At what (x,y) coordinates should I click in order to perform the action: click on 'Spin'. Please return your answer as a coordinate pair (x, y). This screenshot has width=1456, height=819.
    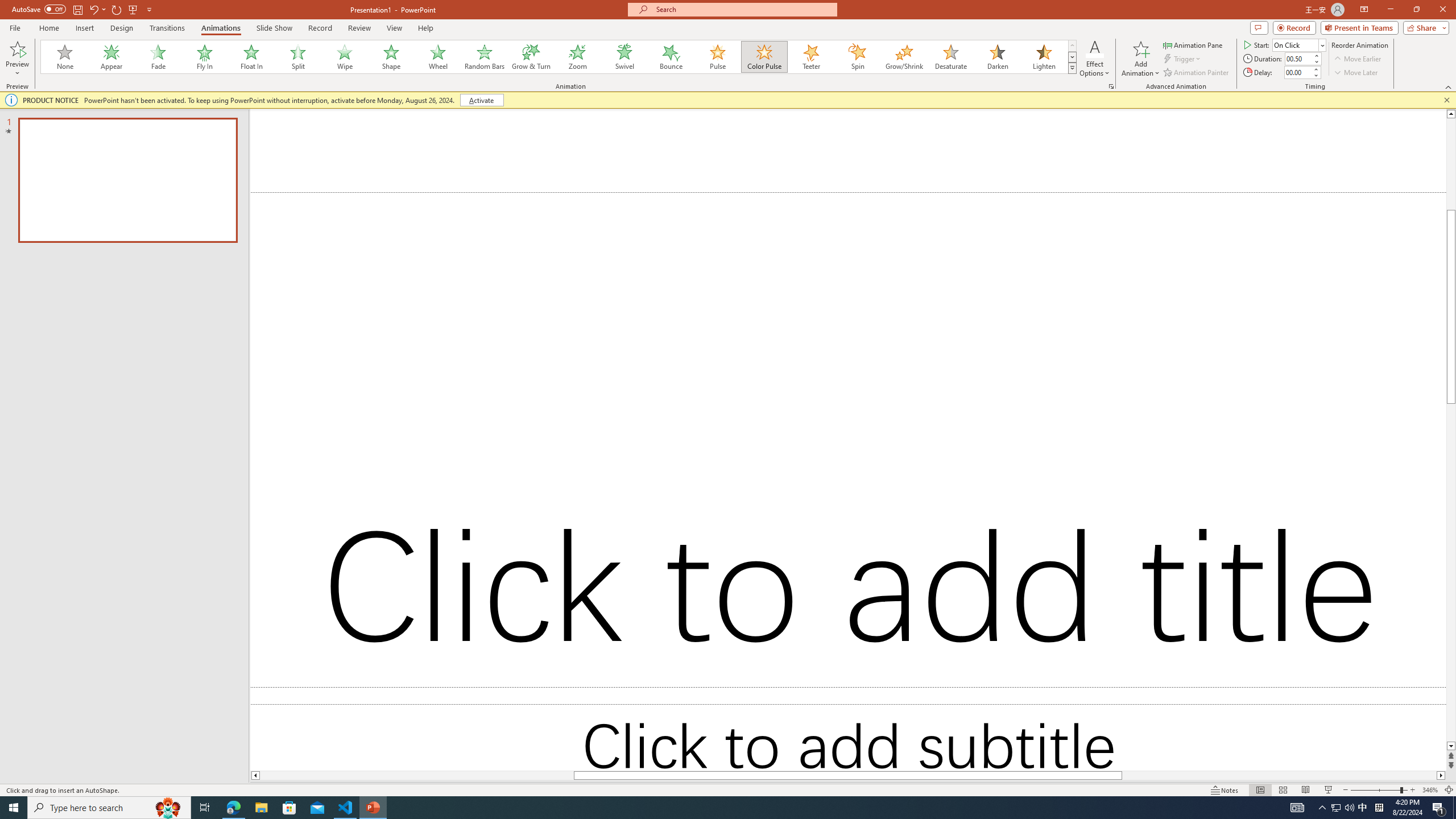
    Looking at the image, I should click on (857, 56).